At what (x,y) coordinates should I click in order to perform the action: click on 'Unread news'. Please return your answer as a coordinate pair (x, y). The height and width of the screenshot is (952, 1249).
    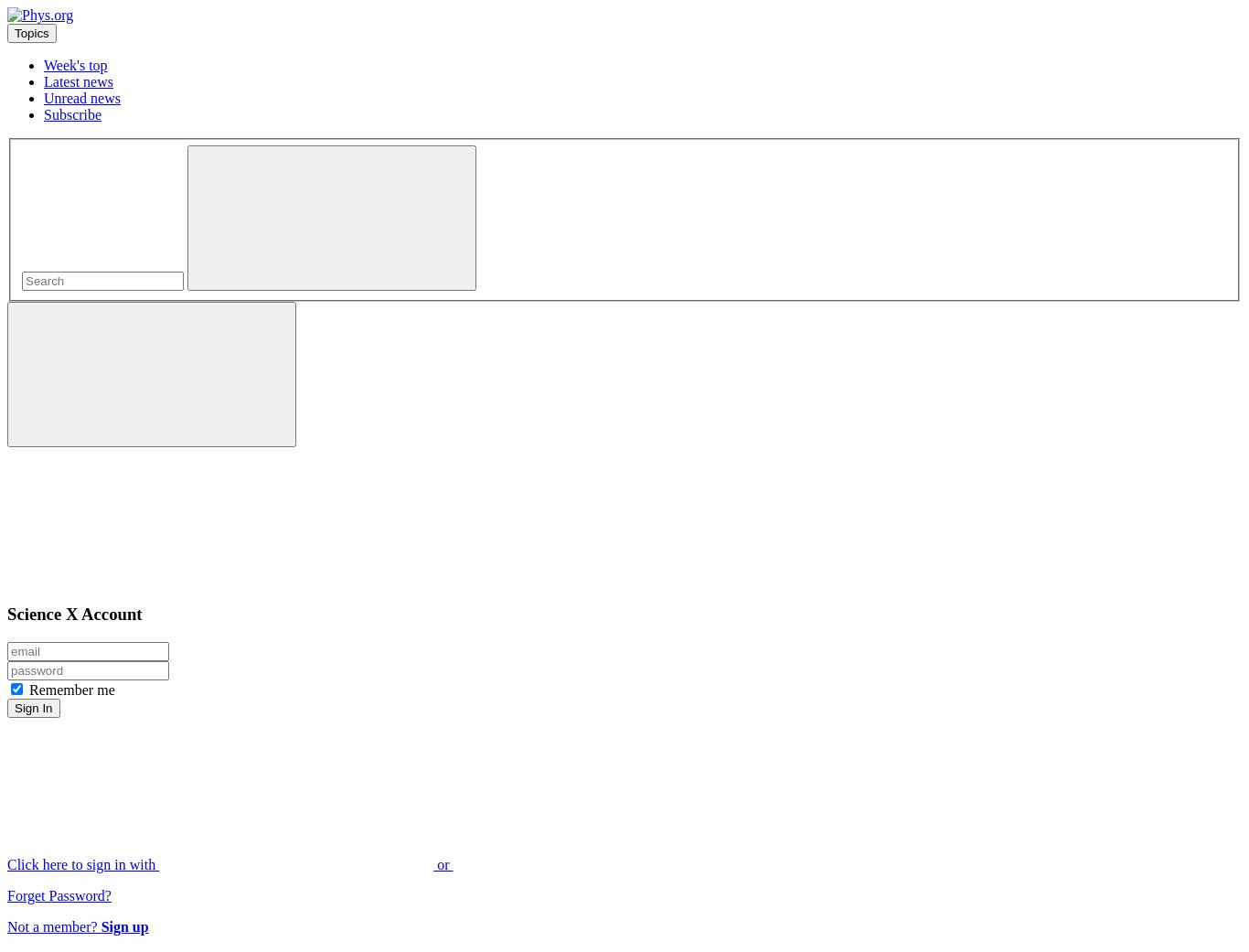
    Looking at the image, I should click on (81, 98).